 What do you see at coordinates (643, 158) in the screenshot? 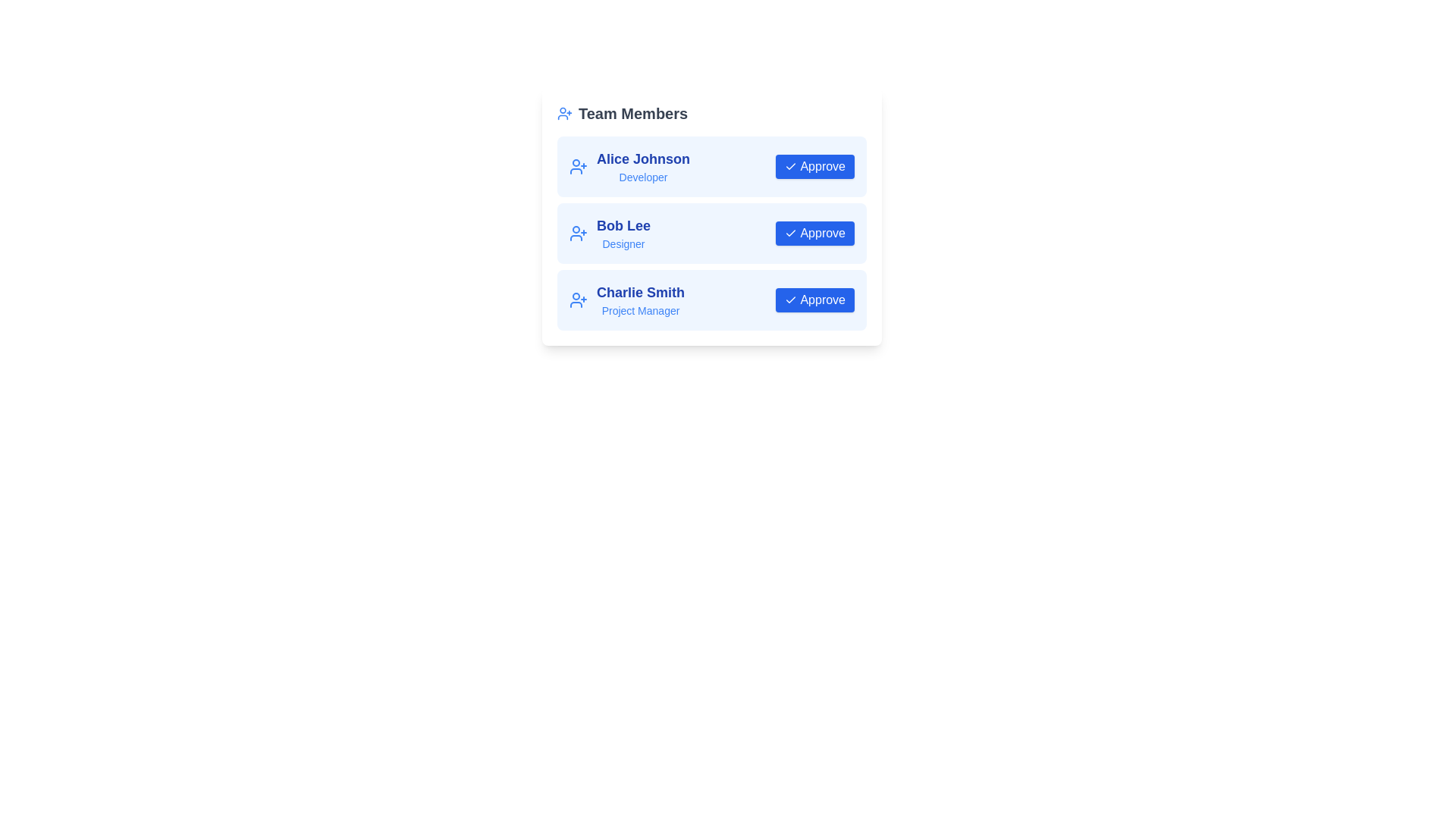
I see `text content of the bold blue text label displaying 'Alice Johnson' in the user detail section of the 'Team Members' list` at bounding box center [643, 158].